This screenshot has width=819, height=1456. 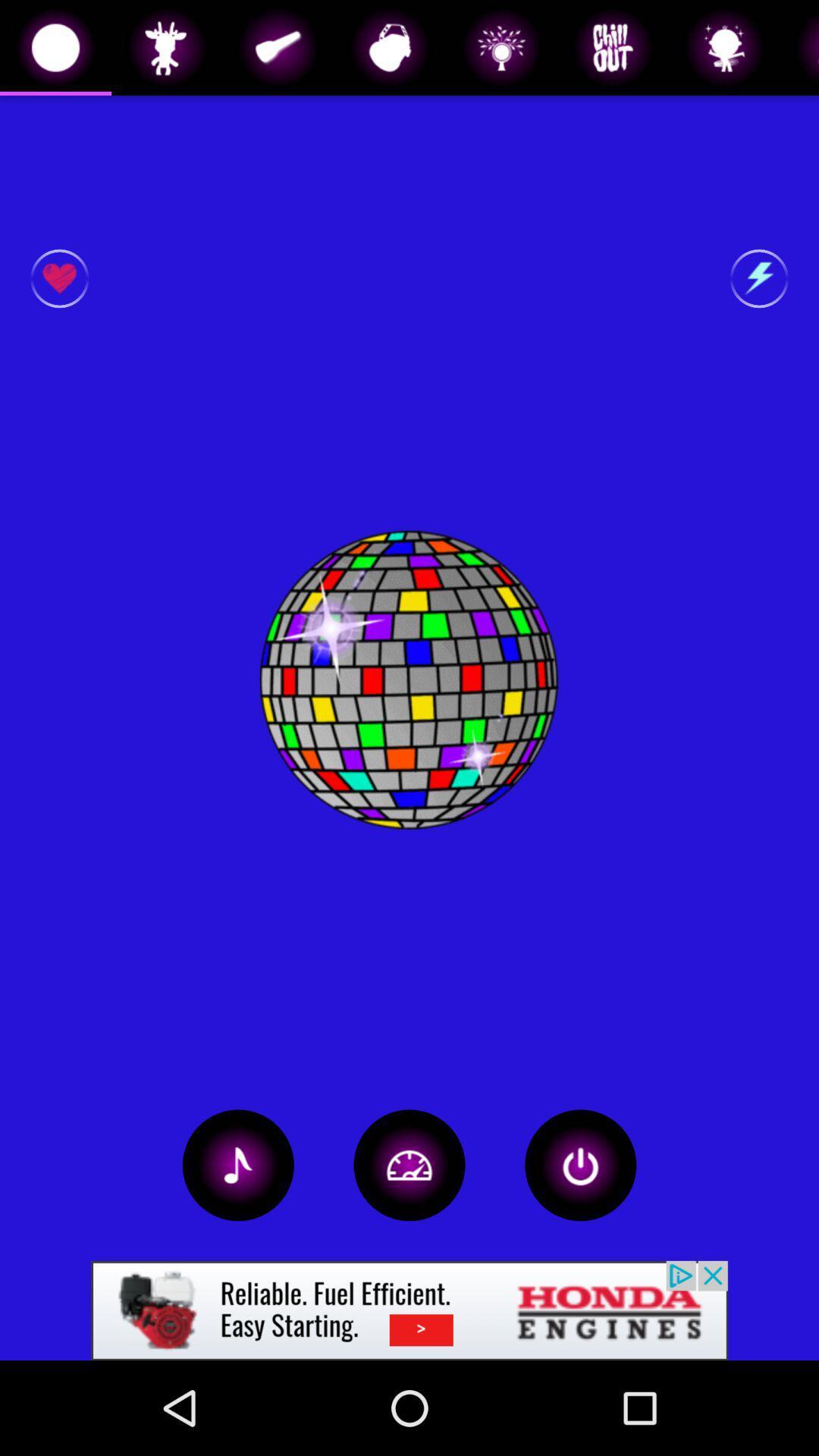 What do you see at coordinates (58, 278) in the screenshot?
I see `the favorite icon` at bounding box center [58, 278].